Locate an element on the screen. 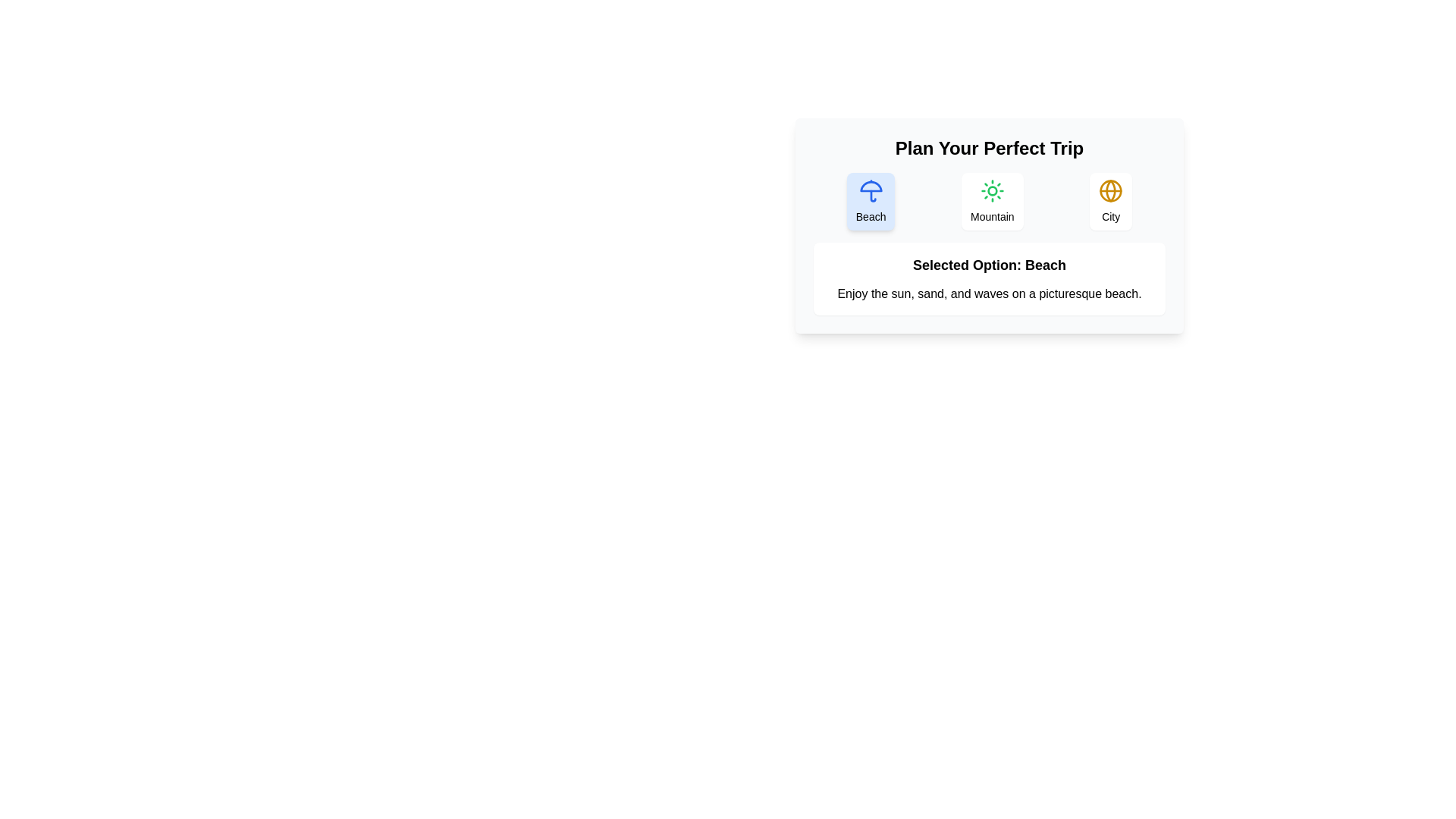 This screenshot has width=1456, height=819. the 'Beach' icon, which is the leftmost element in the horizontal selection trio titled 'Plan Your Perfect Trip', located directly above the 'Beach' text label is located at coordinates (871, 190).